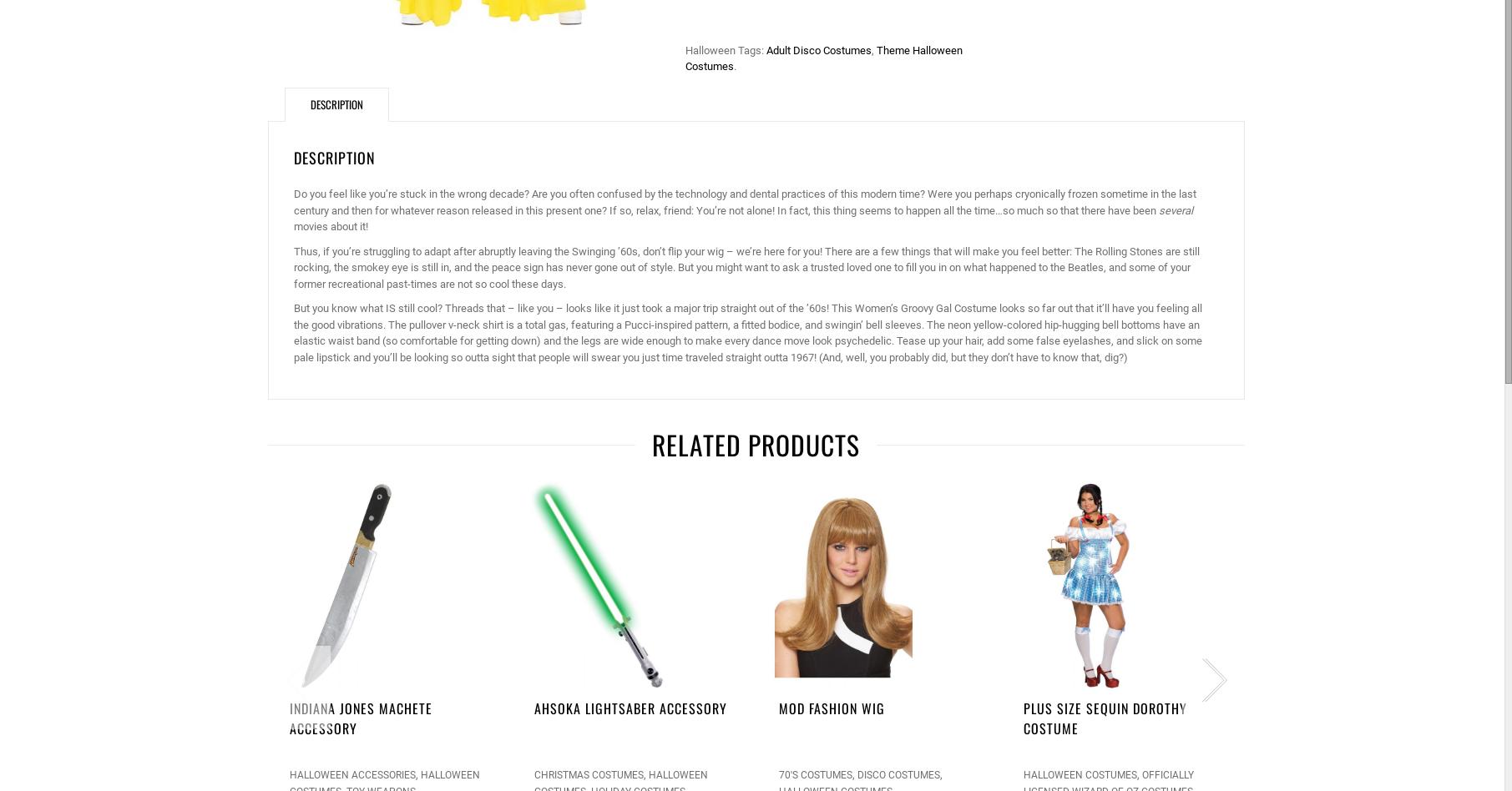 Image resolution: width=1512 pixels, height=791 pixels. I want to click on 'Do you feel like you’re stuck in the wrong decade? Are you often confused by the technology and dental practices of this modern time? Were you perhaps cryonically frozen sometime in the last century and then for whatever reason released in this present one? If so, relax, friend: You’re not alone! In fact, this thing seems to happen all the time…so much so that there have been', so click(291, 202).